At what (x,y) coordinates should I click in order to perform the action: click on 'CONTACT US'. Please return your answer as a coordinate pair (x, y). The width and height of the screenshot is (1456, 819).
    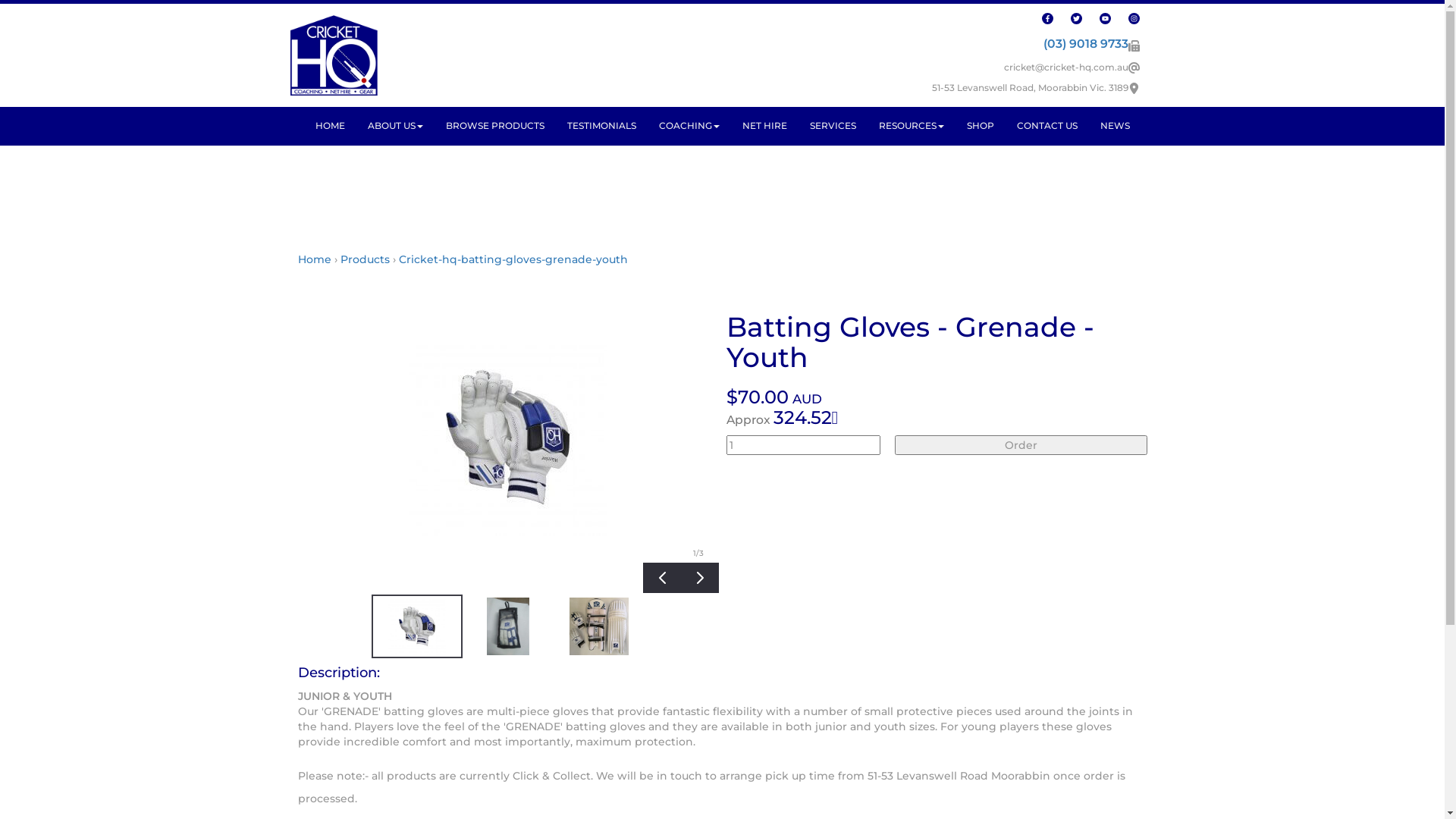
    Looking at the image, I should click on (1005, 124).